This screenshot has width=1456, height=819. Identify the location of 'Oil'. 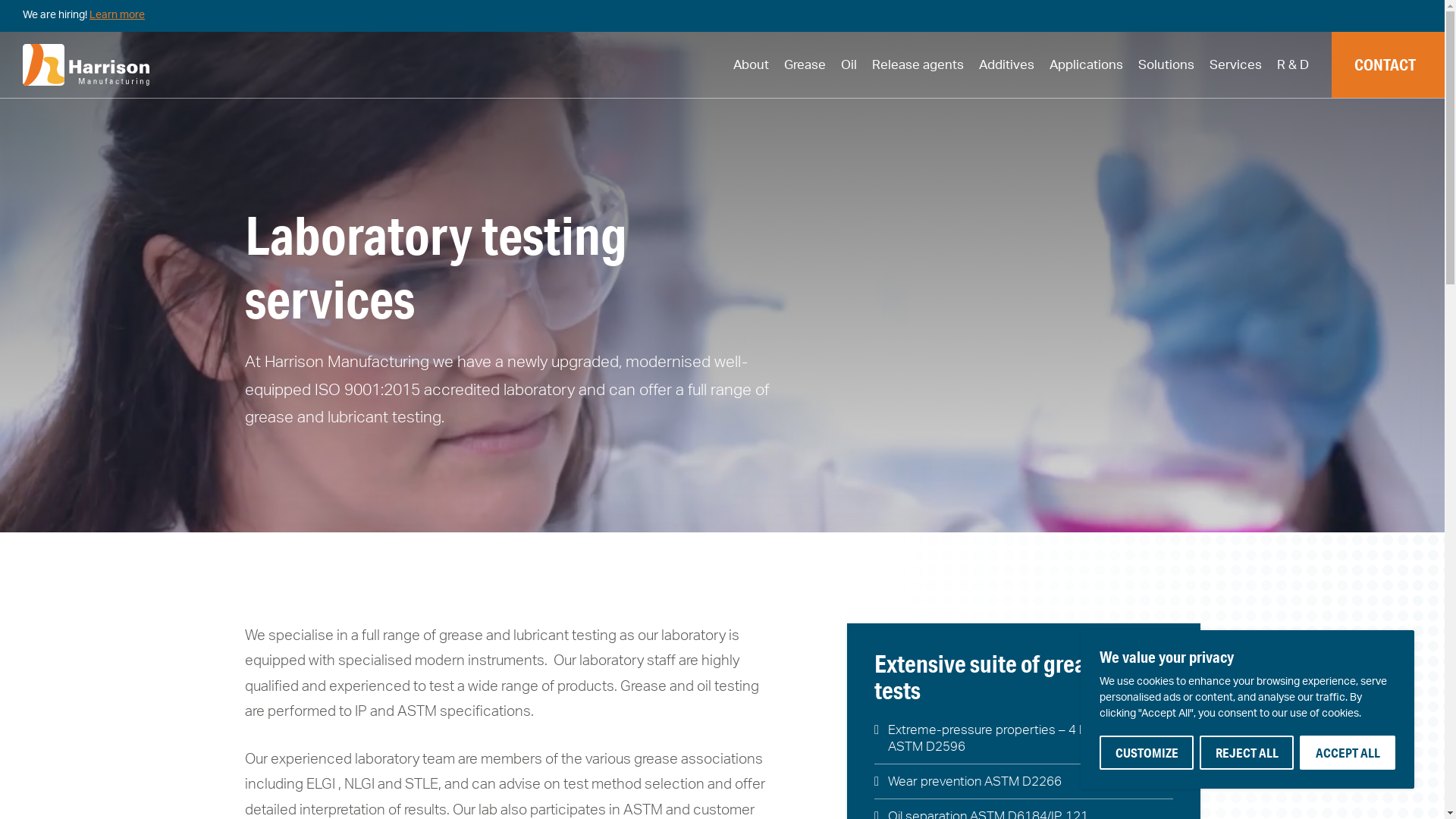
(848, 64).